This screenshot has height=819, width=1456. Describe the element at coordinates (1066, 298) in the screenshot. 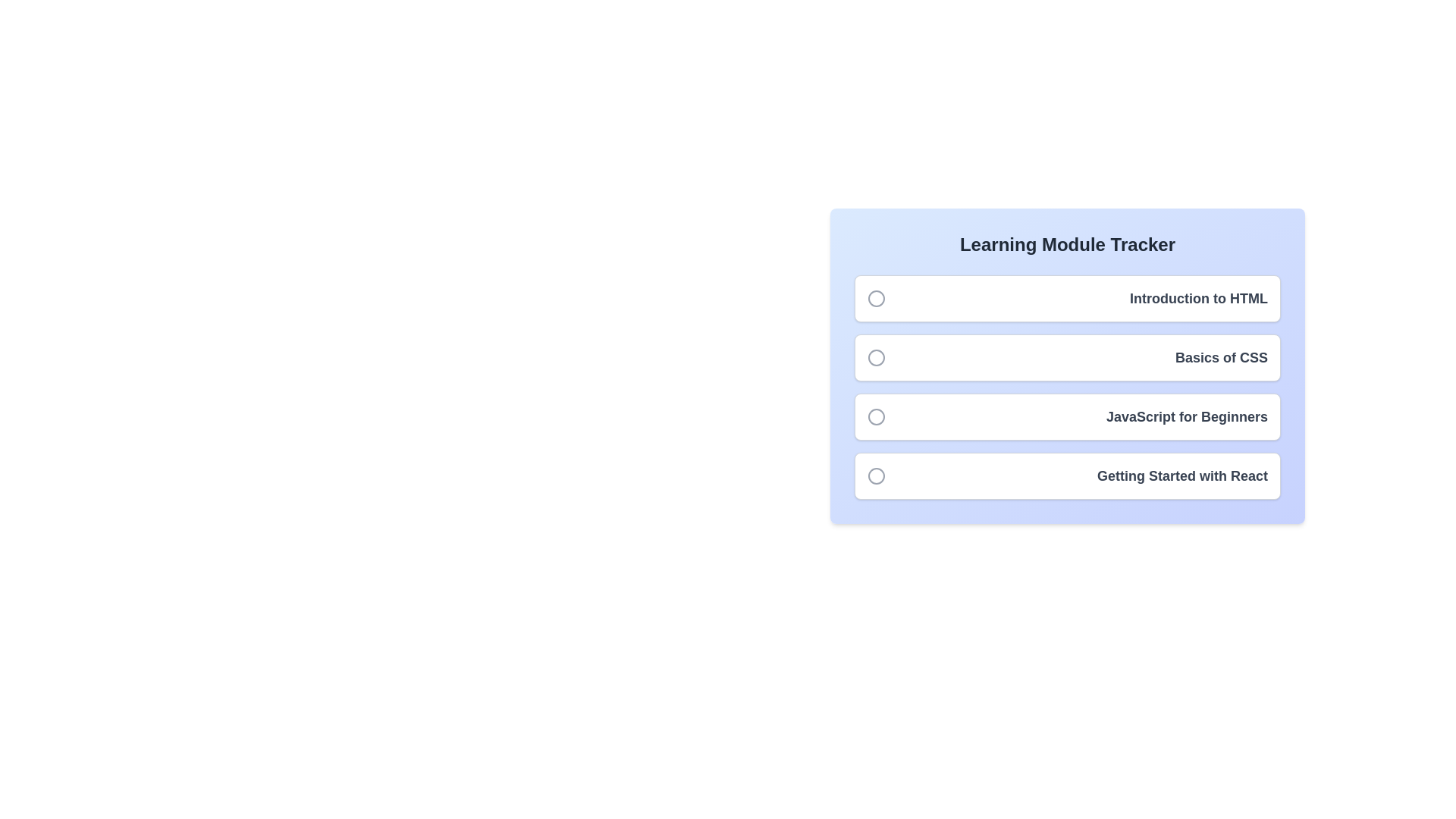

I see `the circular button on the 'Introduction to HTML' selectable list item` at that location.